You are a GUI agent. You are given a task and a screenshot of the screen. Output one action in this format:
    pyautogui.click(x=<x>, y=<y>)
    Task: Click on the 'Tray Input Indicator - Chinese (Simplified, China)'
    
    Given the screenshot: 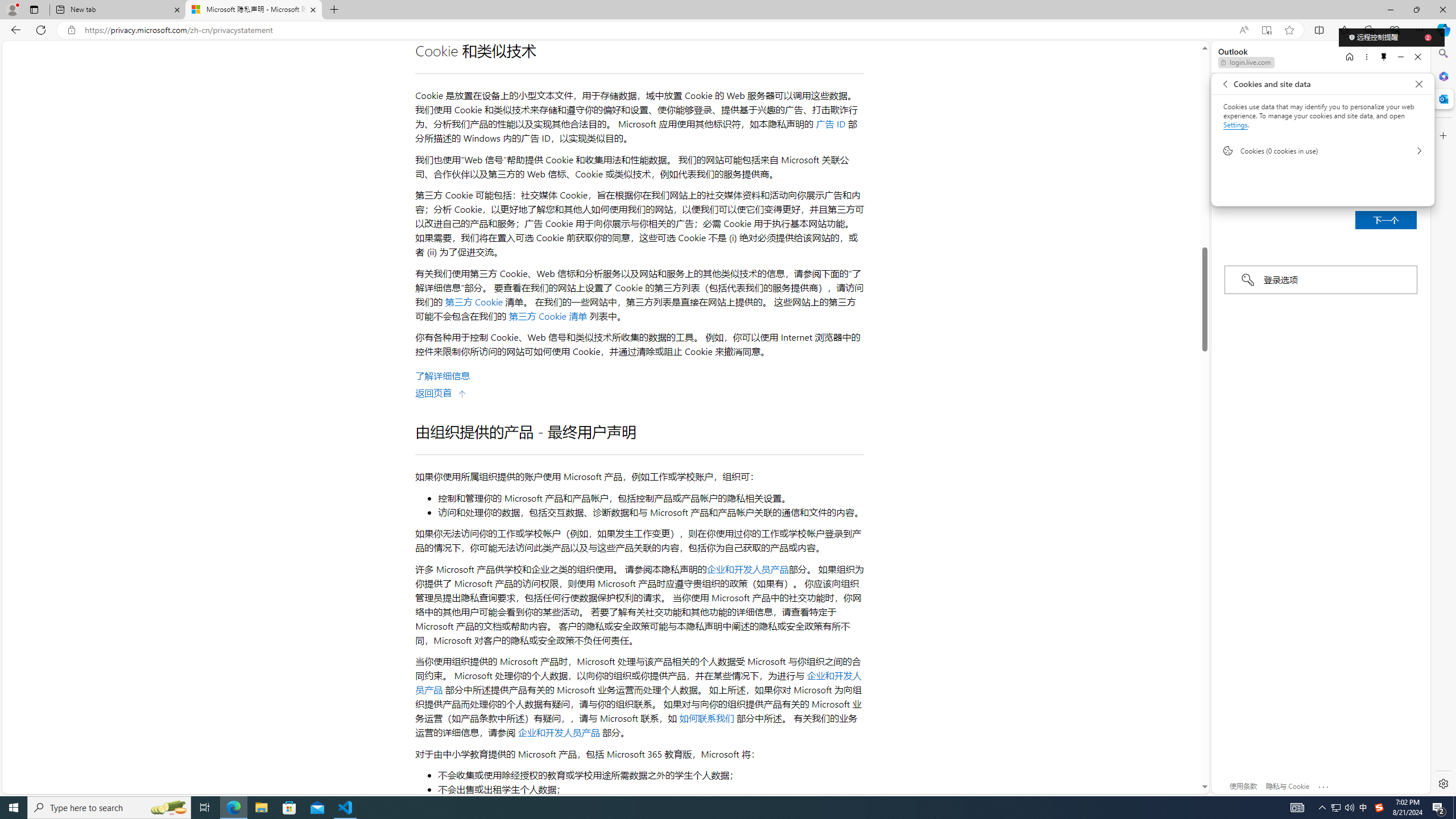 What is the action you would take?
    pyautogui.click(x=1379, y=806)
    